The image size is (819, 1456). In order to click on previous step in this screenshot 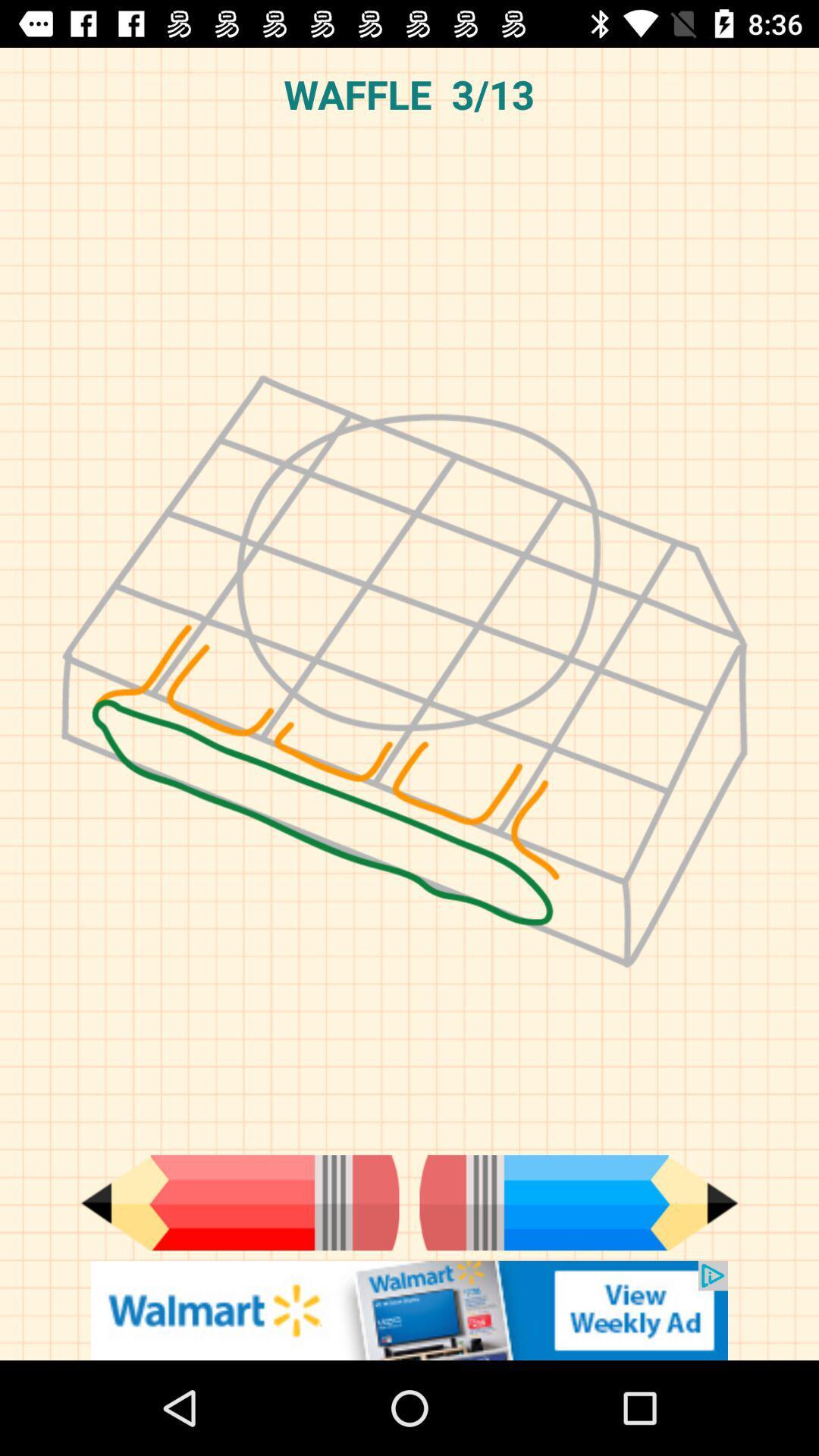, I will do `click(239, 1202)`.